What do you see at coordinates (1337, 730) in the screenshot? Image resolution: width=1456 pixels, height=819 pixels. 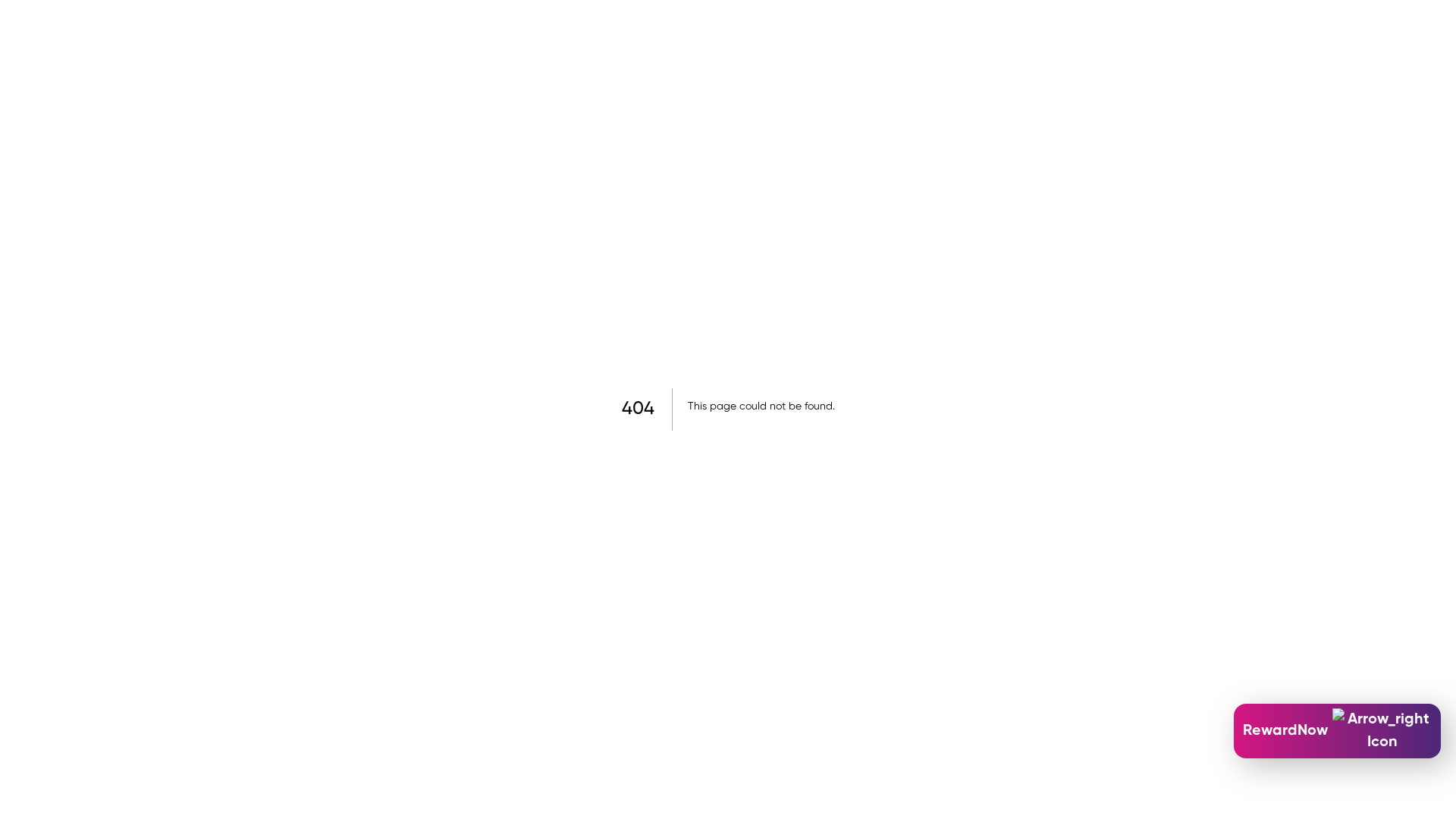 I see `'RewardNow'` at bounding box center [1337, 730].